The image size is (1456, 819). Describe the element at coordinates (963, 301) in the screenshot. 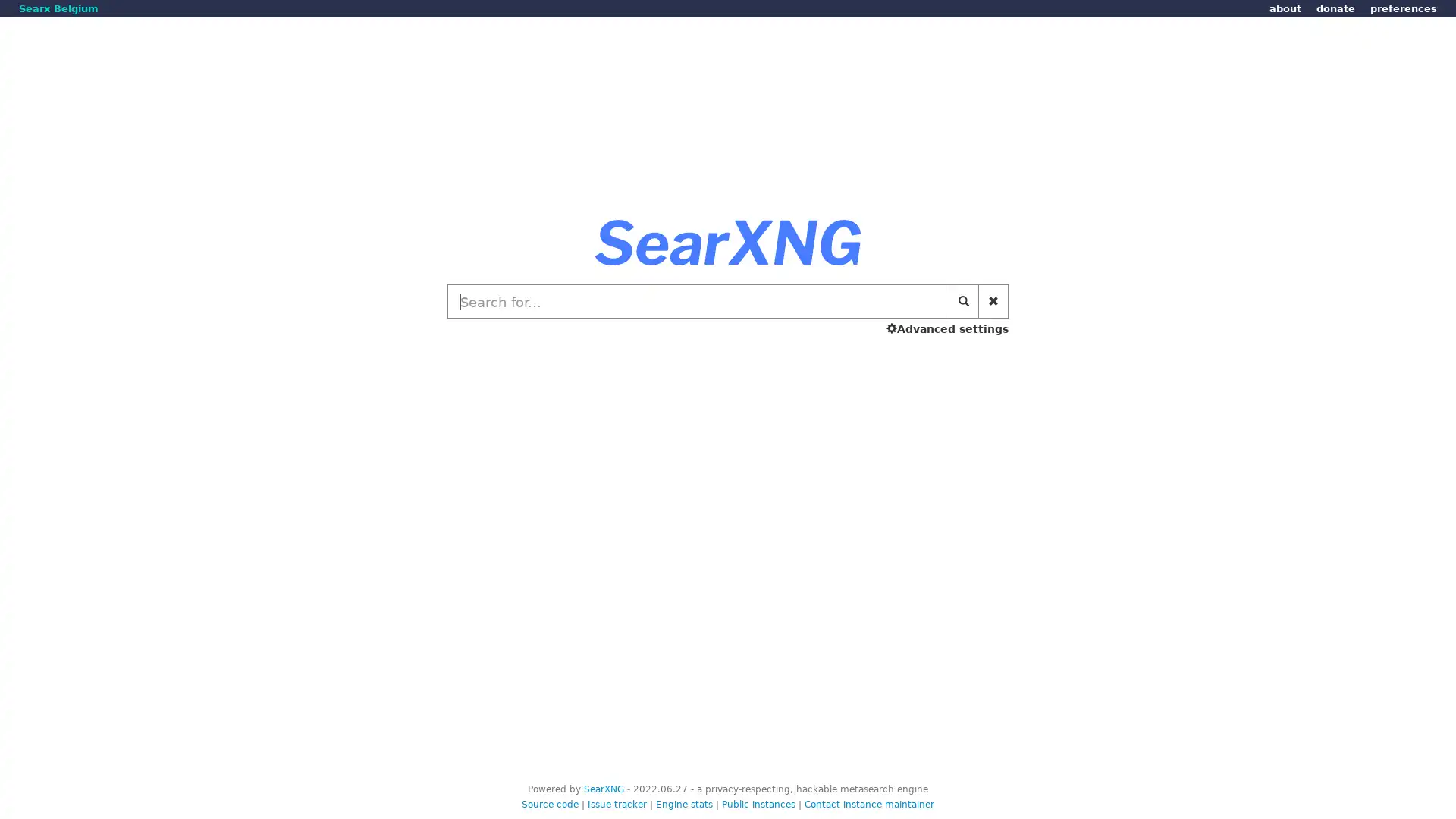

I see `Start search` at that location.